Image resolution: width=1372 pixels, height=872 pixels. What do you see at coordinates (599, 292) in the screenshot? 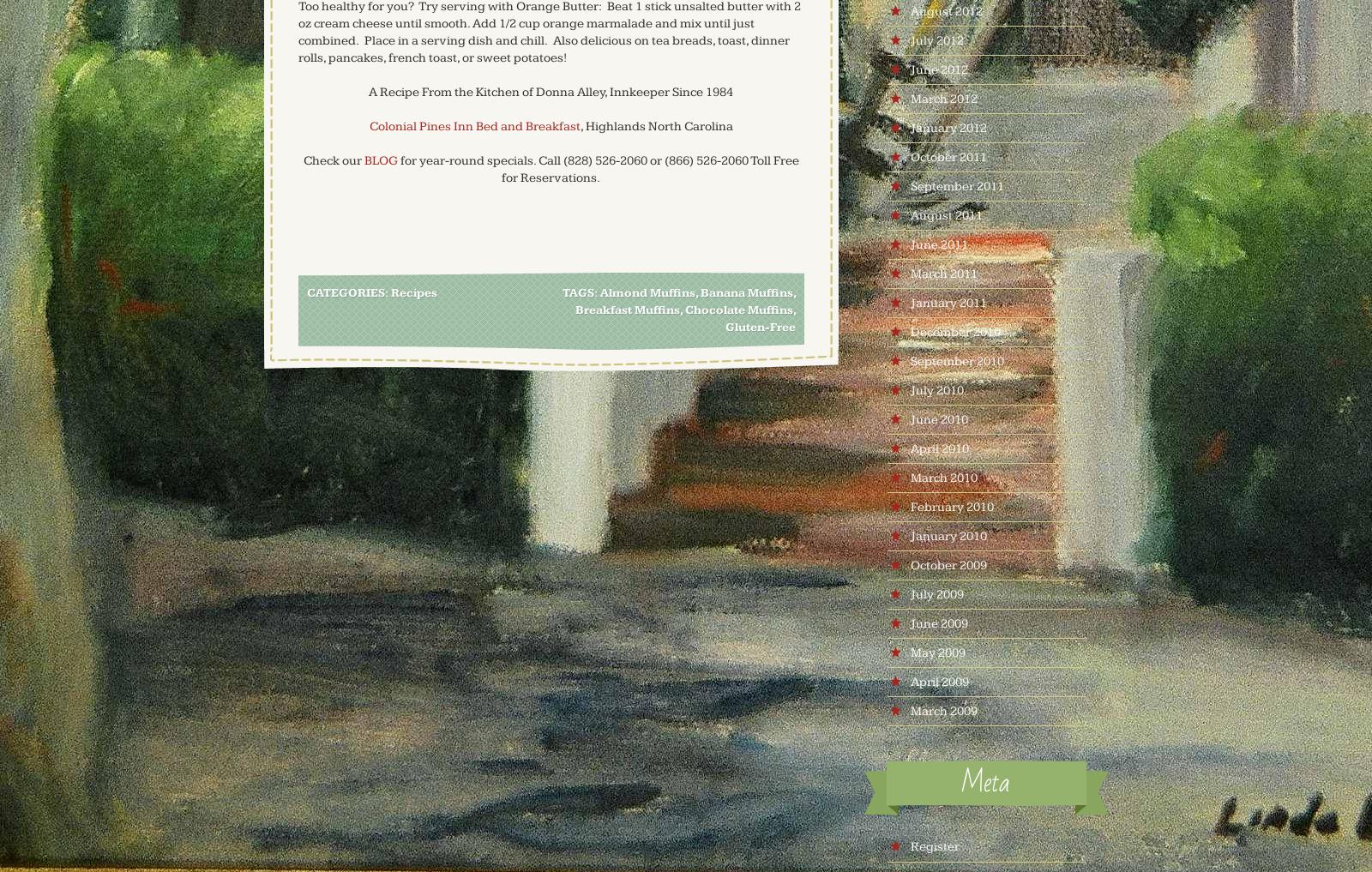
I see `'Almond Muffins'` at bounding box center [599, 292].